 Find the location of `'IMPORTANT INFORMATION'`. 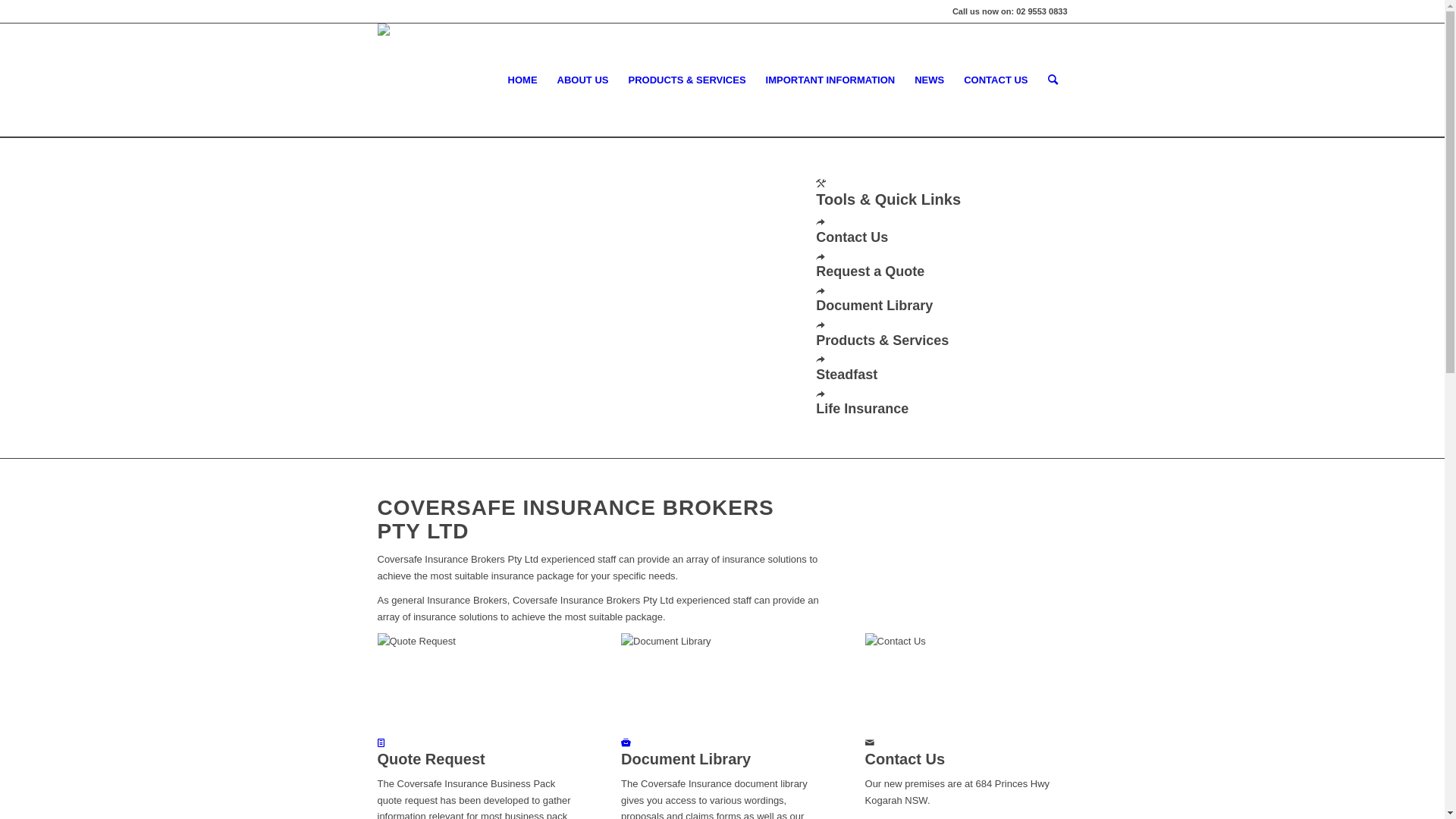

'IMPORTANT INFORMATION' is located at coordinates (830, 80).